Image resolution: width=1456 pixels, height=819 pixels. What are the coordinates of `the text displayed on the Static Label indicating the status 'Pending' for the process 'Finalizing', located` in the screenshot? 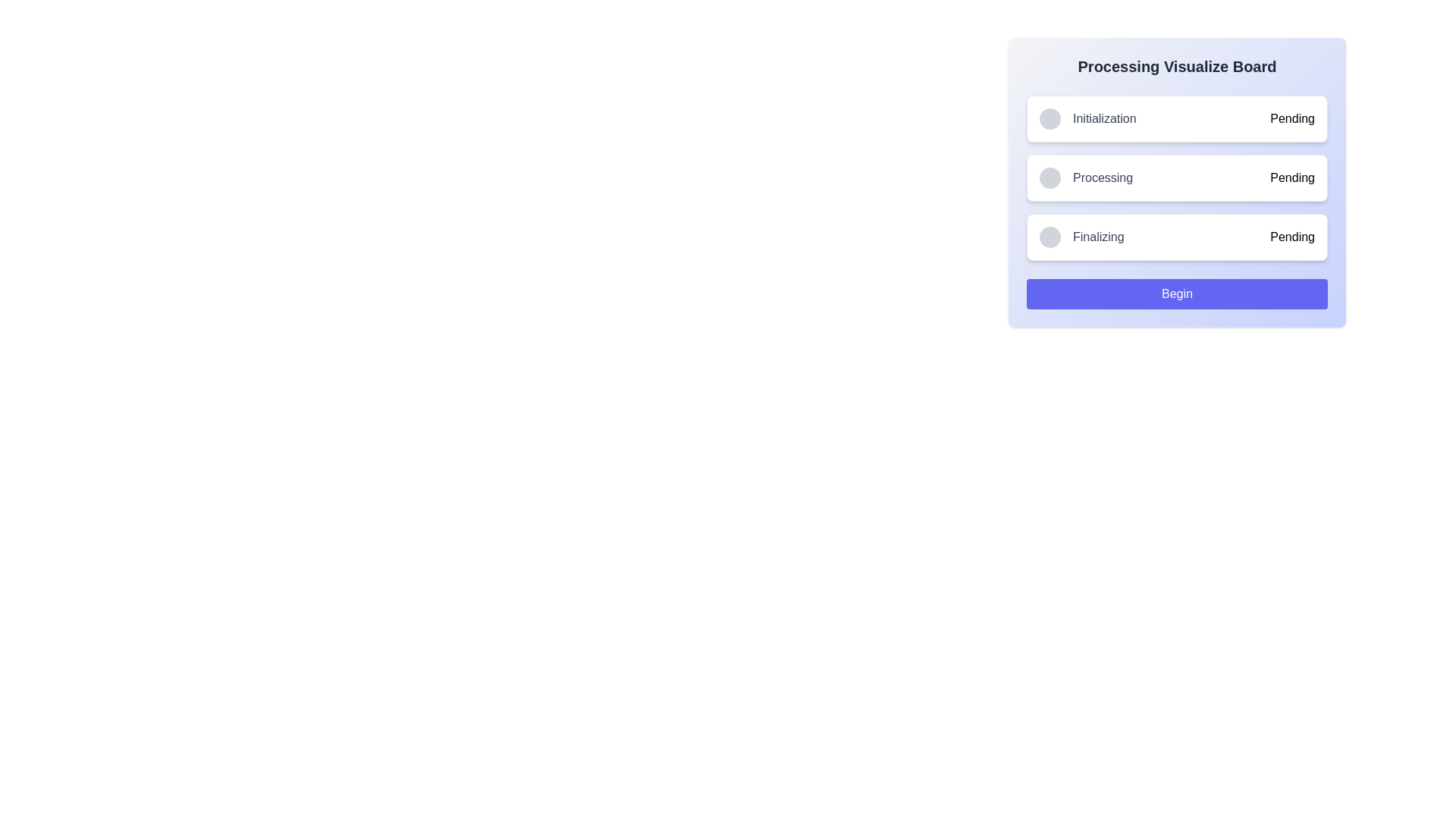 It's located at (1291, 237).